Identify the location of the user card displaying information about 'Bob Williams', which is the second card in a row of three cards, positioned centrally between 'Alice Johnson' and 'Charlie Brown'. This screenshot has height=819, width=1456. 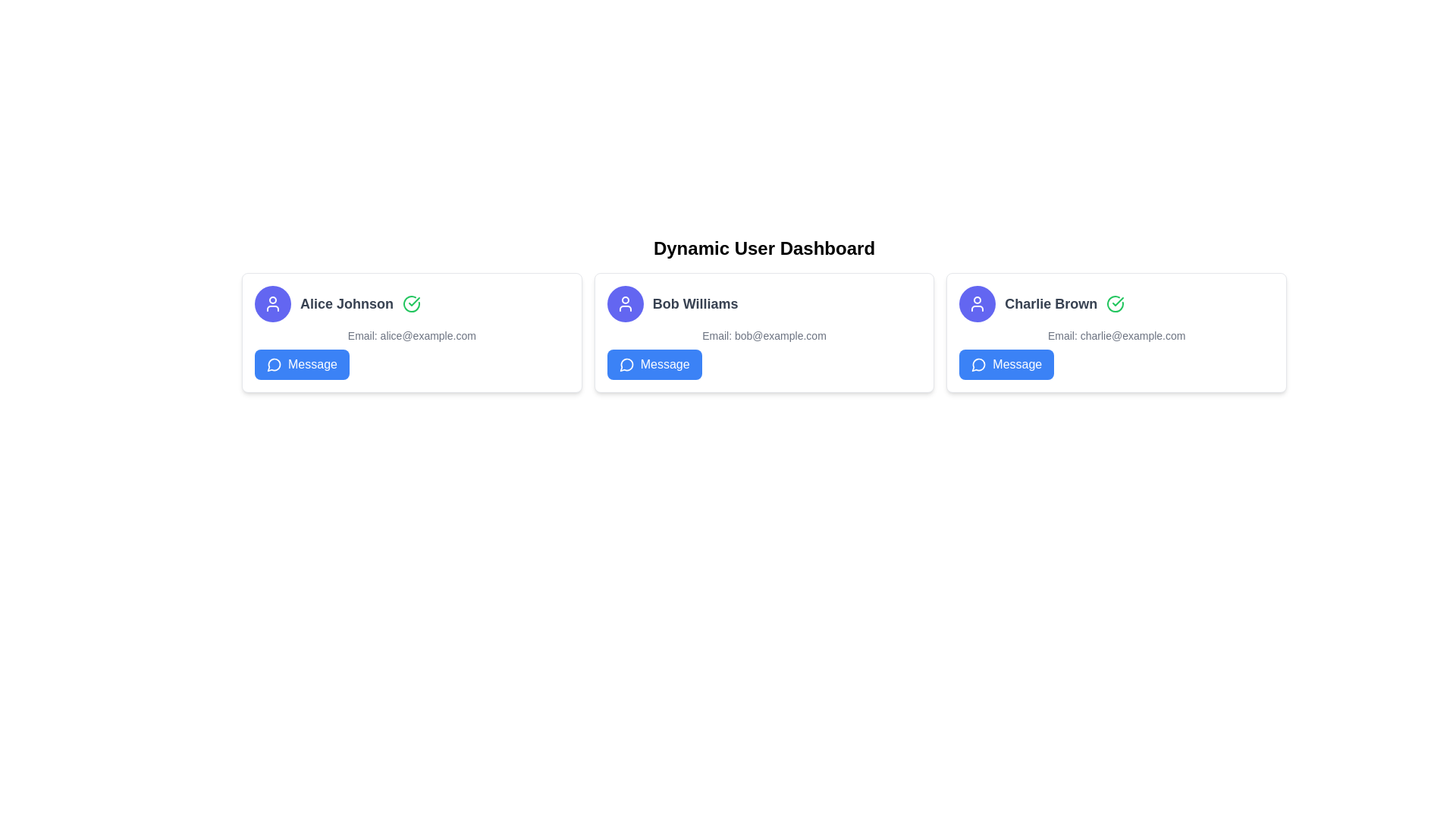
(764, 332).